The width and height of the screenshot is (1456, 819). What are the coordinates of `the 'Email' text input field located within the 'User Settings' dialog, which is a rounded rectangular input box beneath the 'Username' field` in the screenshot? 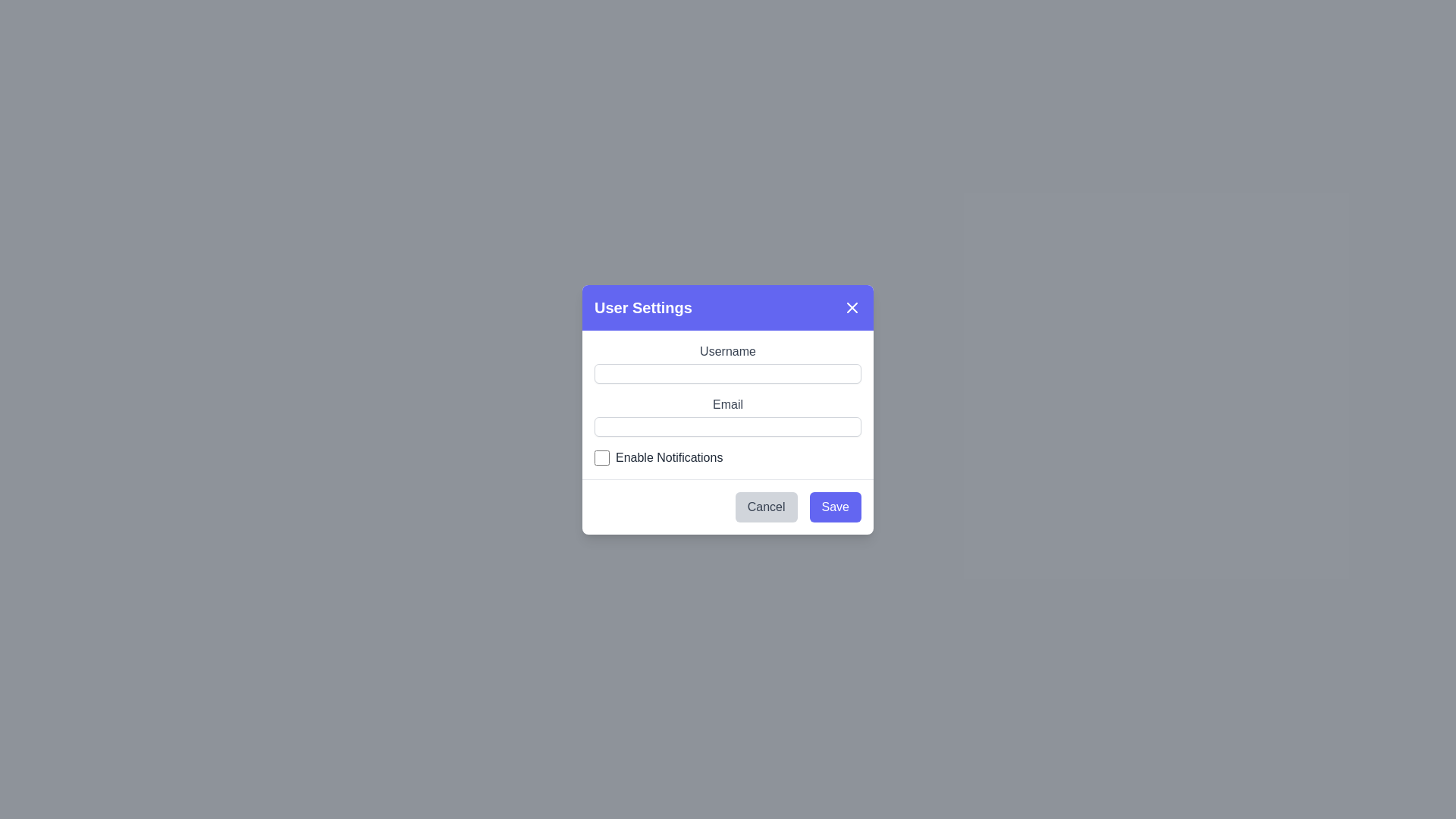 It's located at (728, 416).